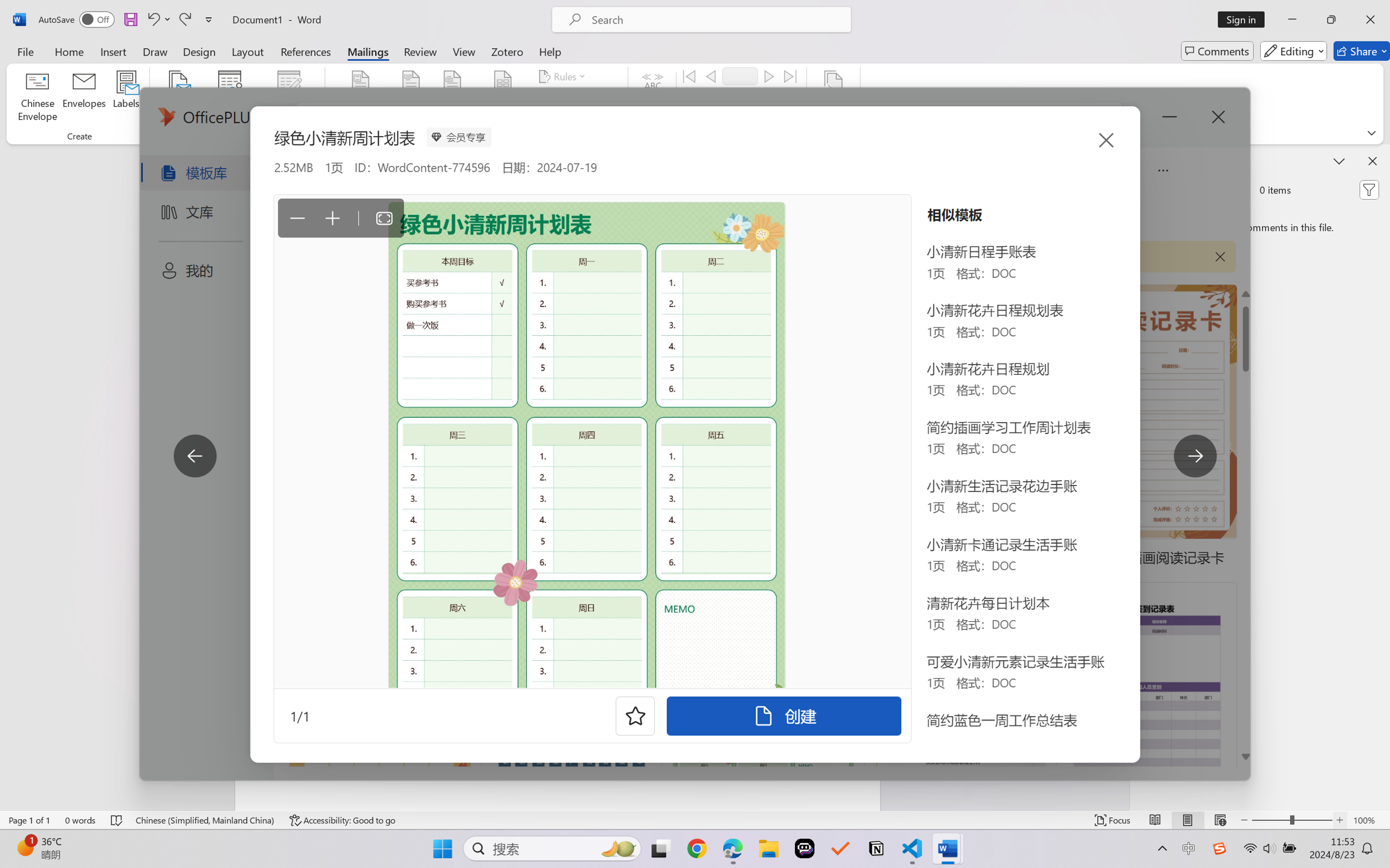 Image resolution: width=1390 pixels, height=868 pixels. What do you see at coordinates (1245, 19) in the screenshot?
I see `'Sign in'` at bounding box center [1245, 19].